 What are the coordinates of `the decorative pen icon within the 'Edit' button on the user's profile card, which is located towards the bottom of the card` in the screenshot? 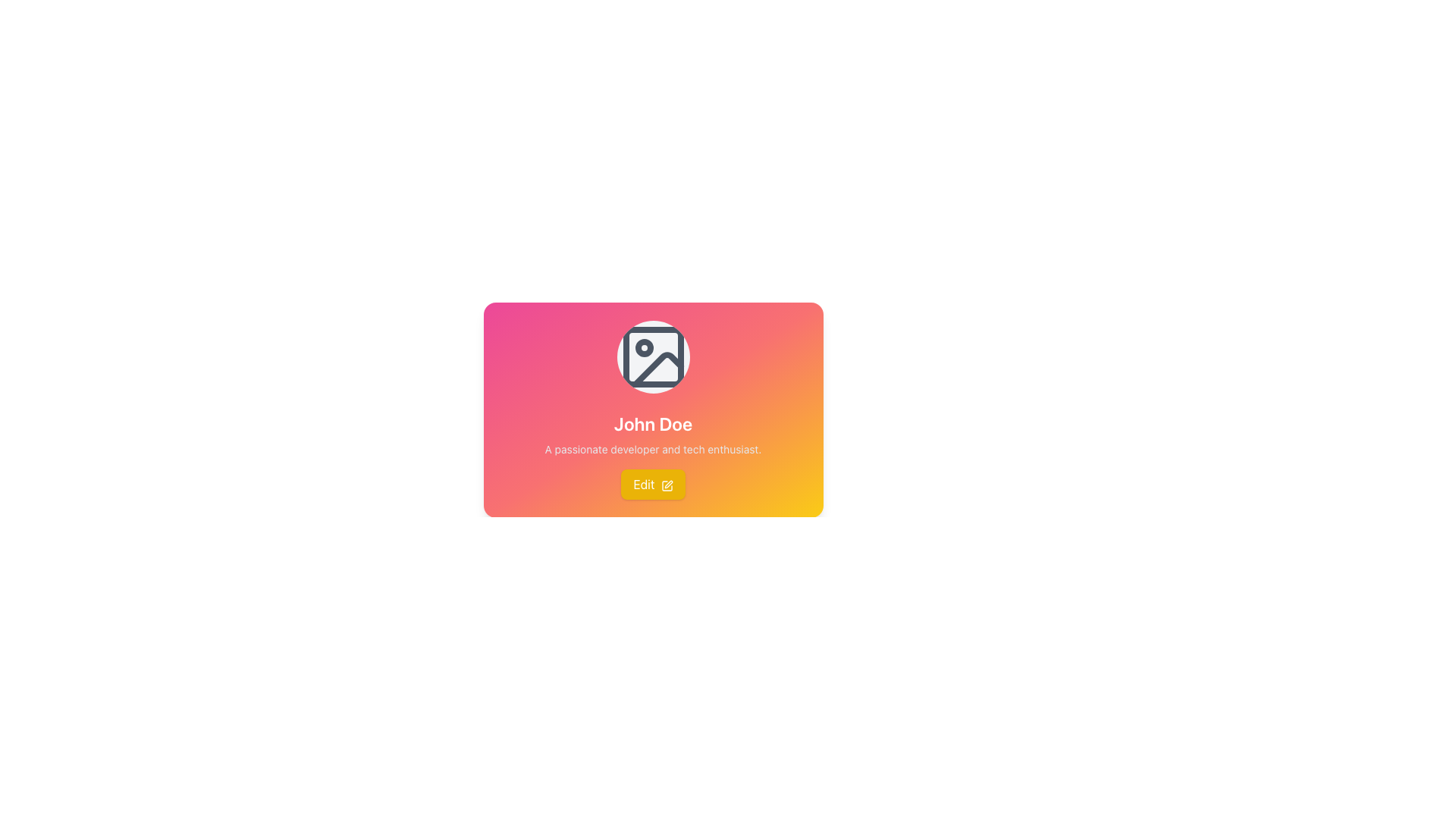 It's located at (667, 485).